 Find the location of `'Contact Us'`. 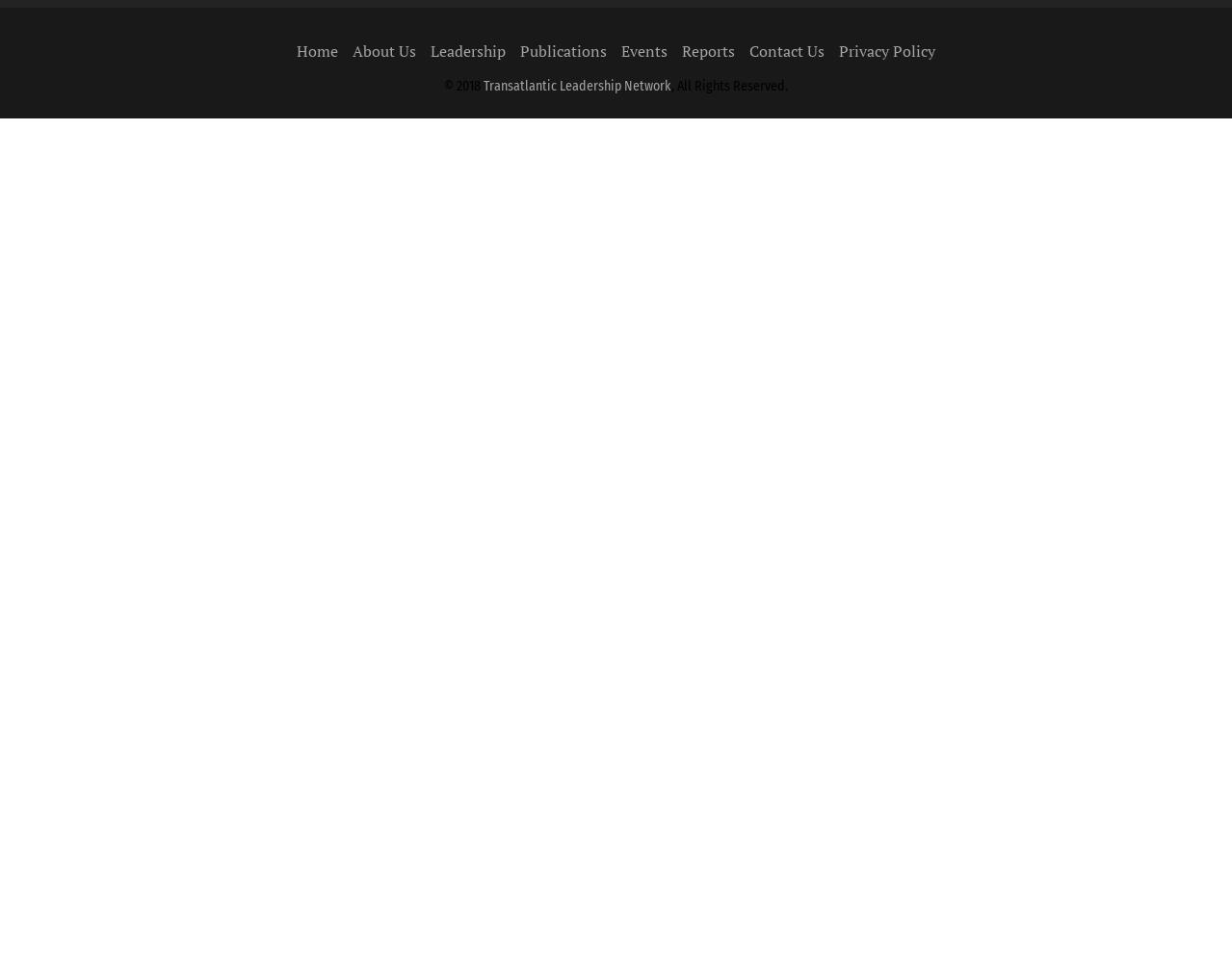

'Contact Us' is located at coordinates (786, 50).